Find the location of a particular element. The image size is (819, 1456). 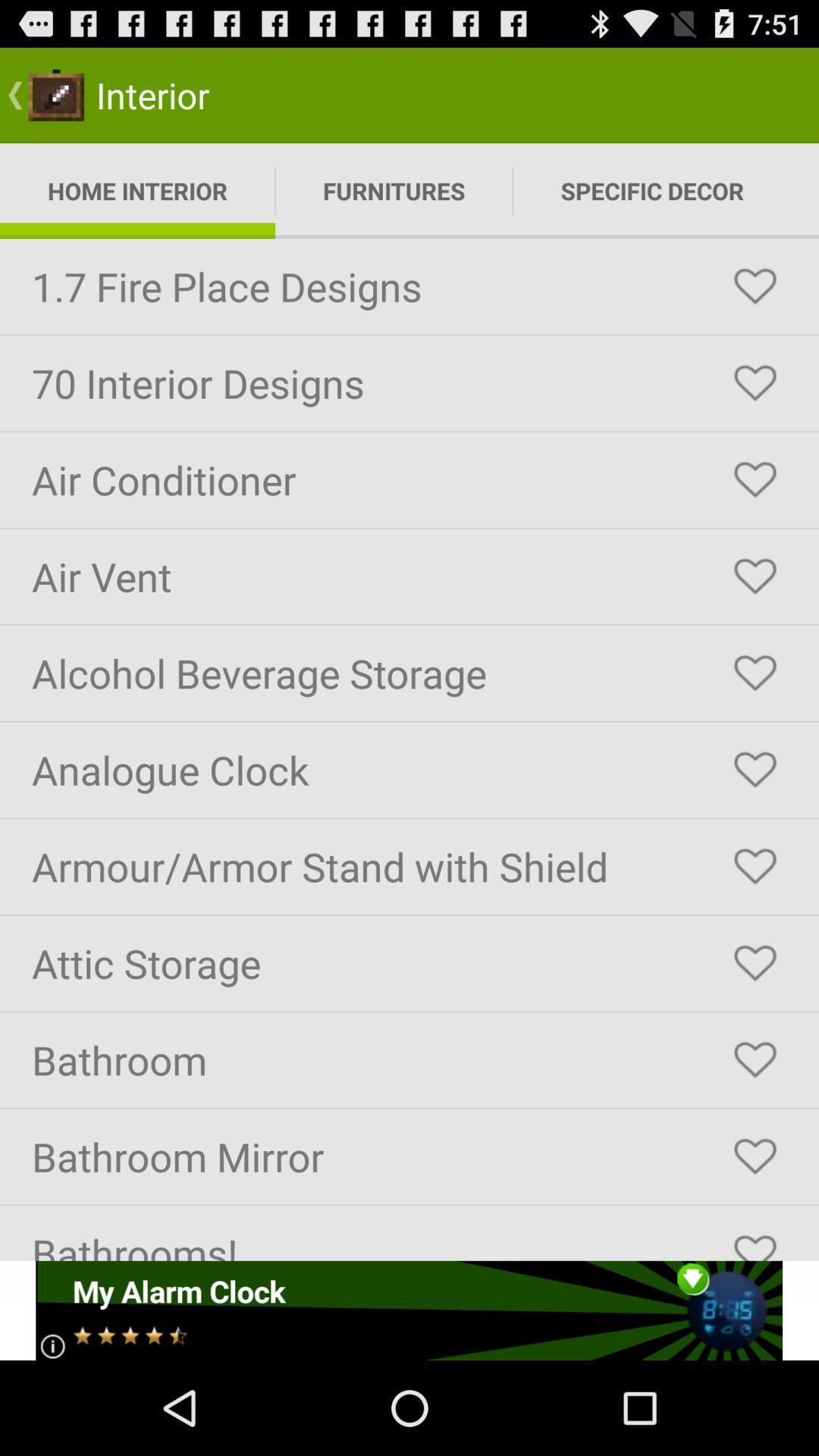

to favourite is located at coordinates (755, 576).